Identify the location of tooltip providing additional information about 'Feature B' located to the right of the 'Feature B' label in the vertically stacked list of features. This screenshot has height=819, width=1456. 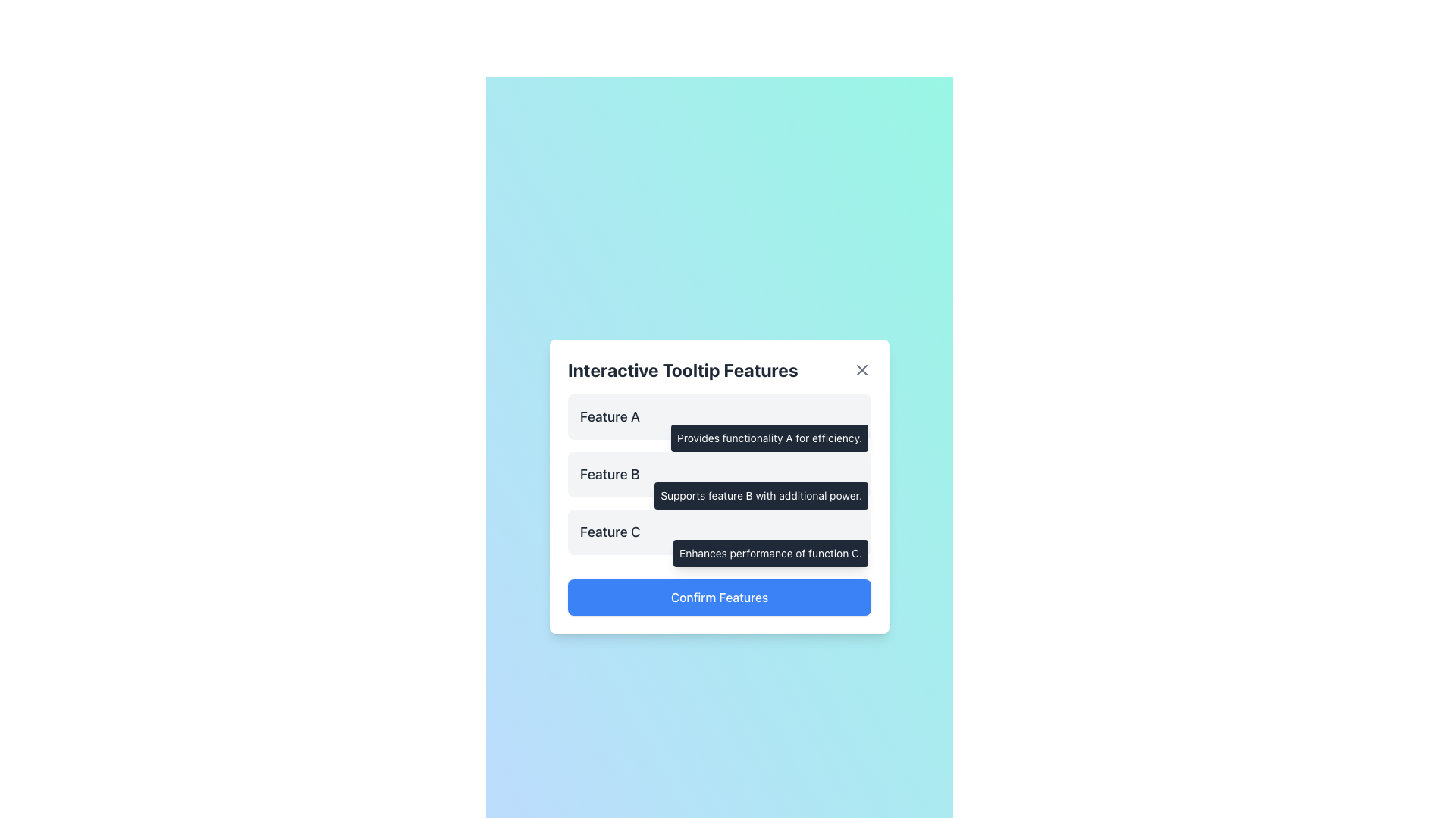
(761, 496).